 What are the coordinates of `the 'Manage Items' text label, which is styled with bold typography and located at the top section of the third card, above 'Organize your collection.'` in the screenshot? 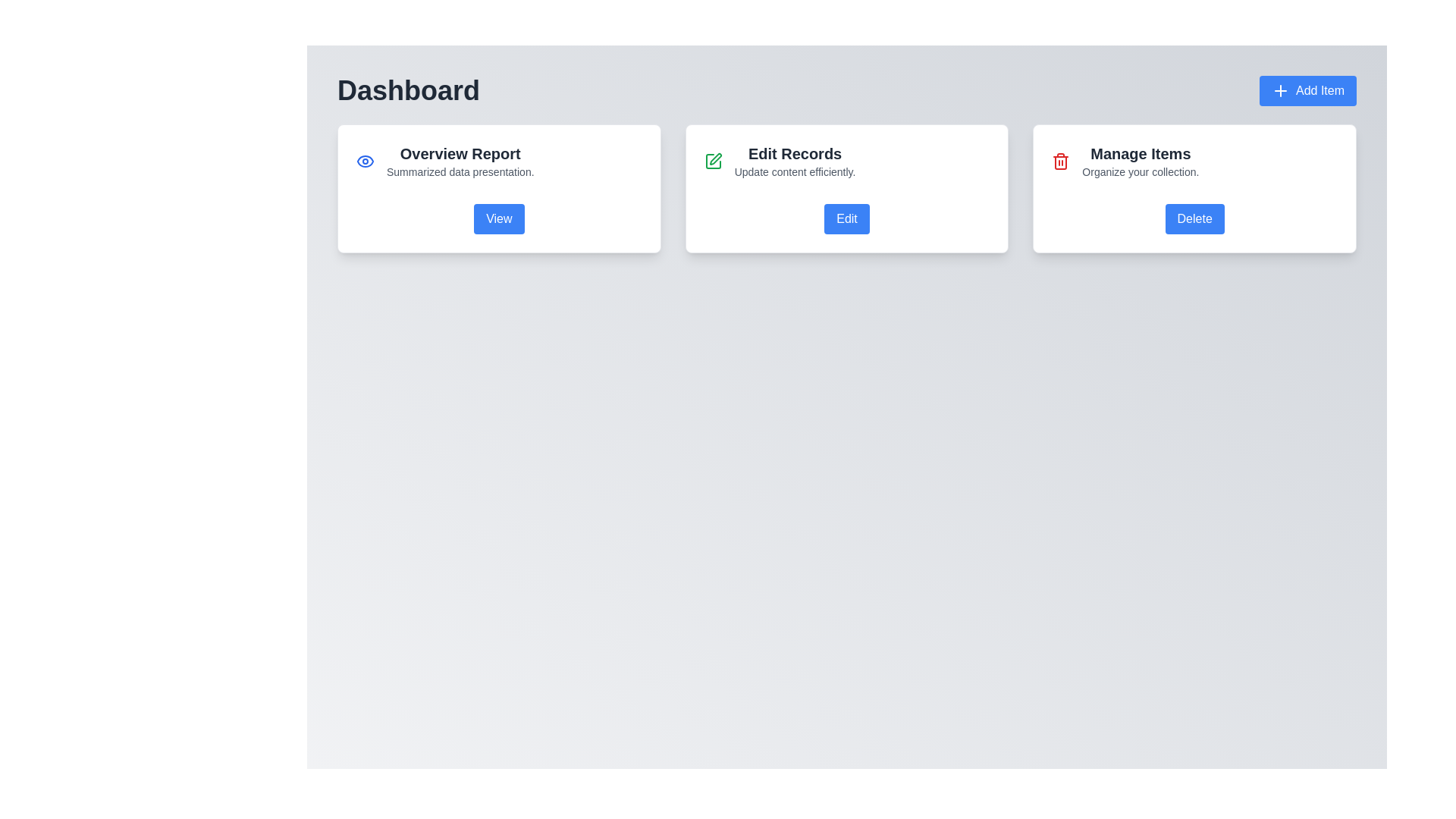 It's located at (1141, 154).